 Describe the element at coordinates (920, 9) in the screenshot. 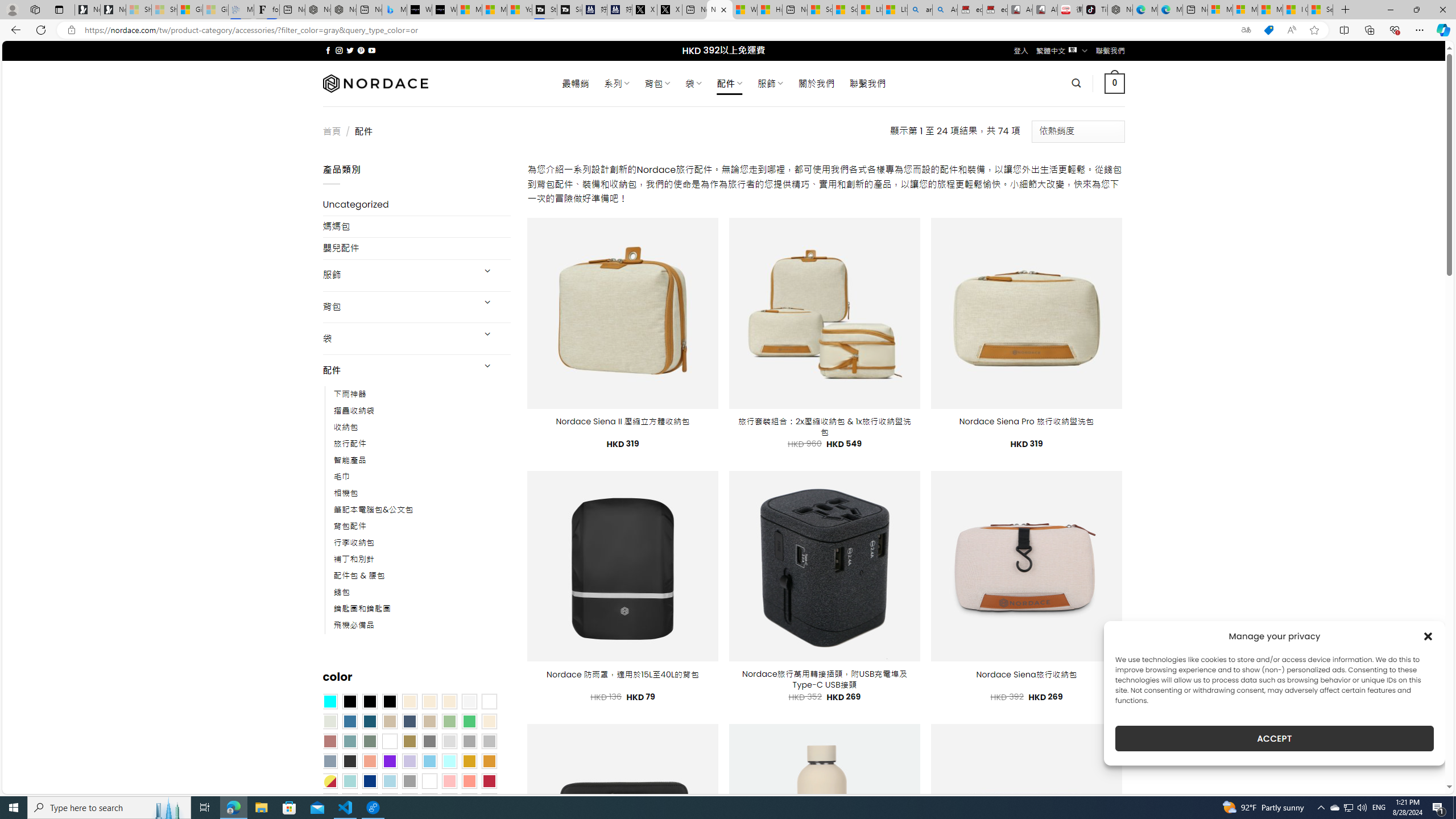

I see `'amazon - Search'` at that location.